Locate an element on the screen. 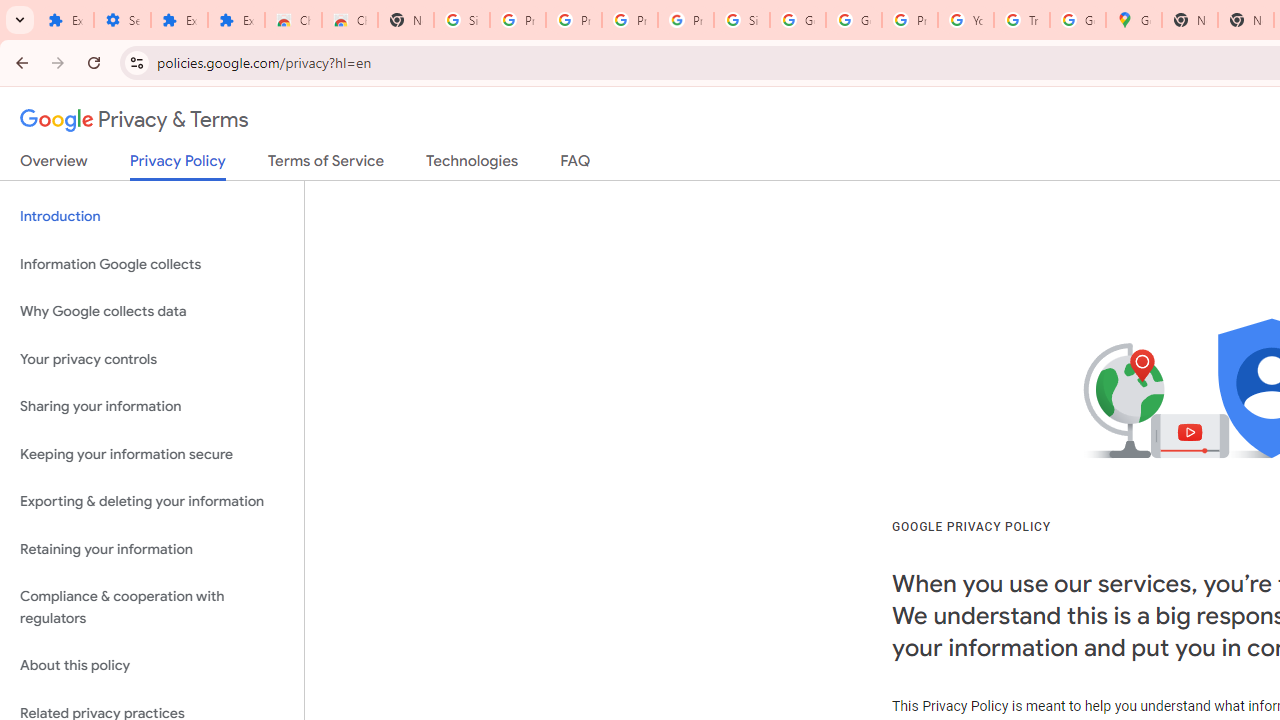 The image size is (1280, 720). 'YouTube' is located at coordinates (966, 20).